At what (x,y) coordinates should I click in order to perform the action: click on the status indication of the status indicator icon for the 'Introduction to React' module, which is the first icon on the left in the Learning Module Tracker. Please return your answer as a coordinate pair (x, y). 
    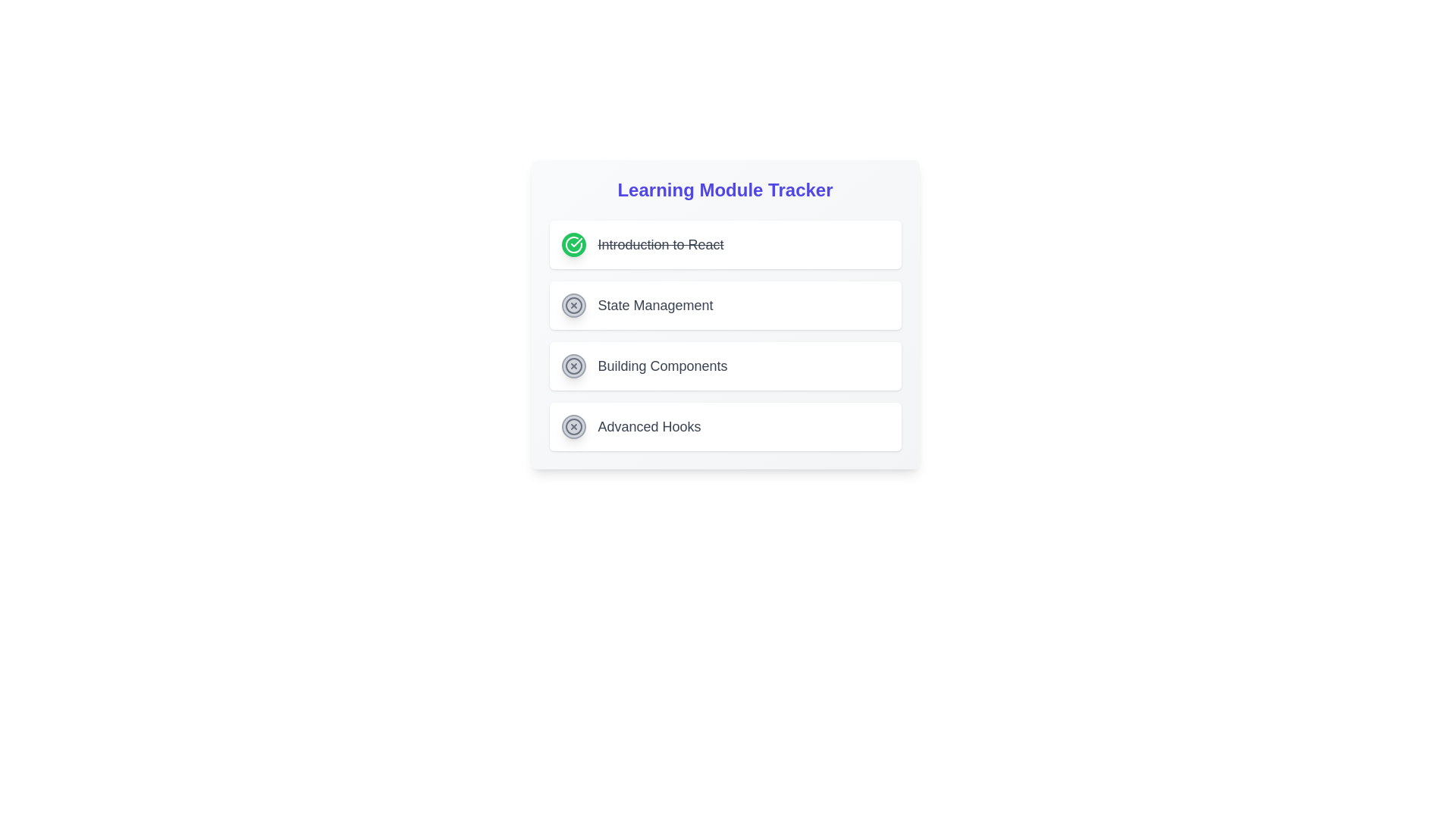
    Looking at the image, I should click on (573, 244).